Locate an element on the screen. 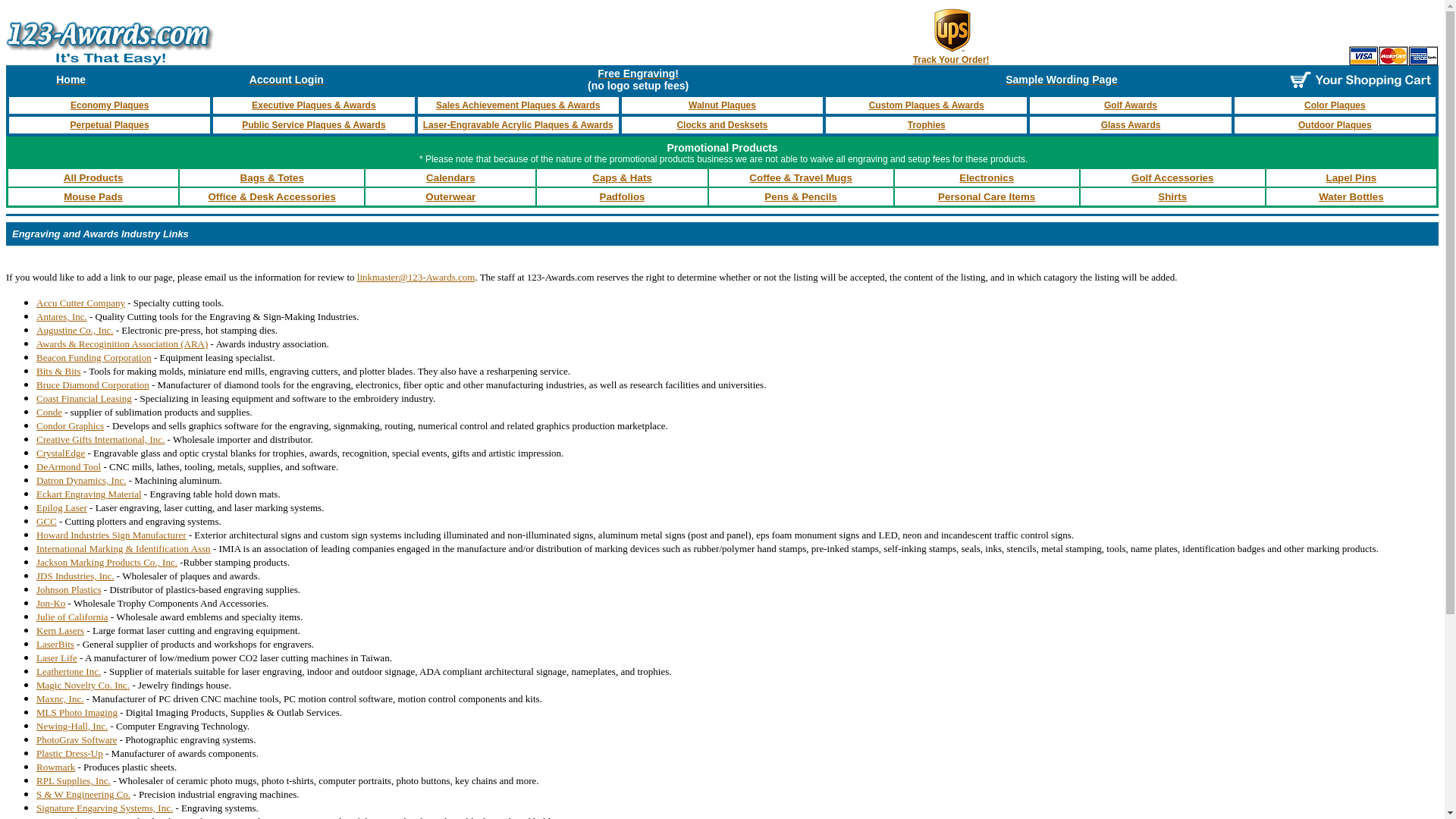 The height and width of the screenshot is (819, 1456). 'Datron Dynamics, Inc.' is located at coordinates (80, 480).